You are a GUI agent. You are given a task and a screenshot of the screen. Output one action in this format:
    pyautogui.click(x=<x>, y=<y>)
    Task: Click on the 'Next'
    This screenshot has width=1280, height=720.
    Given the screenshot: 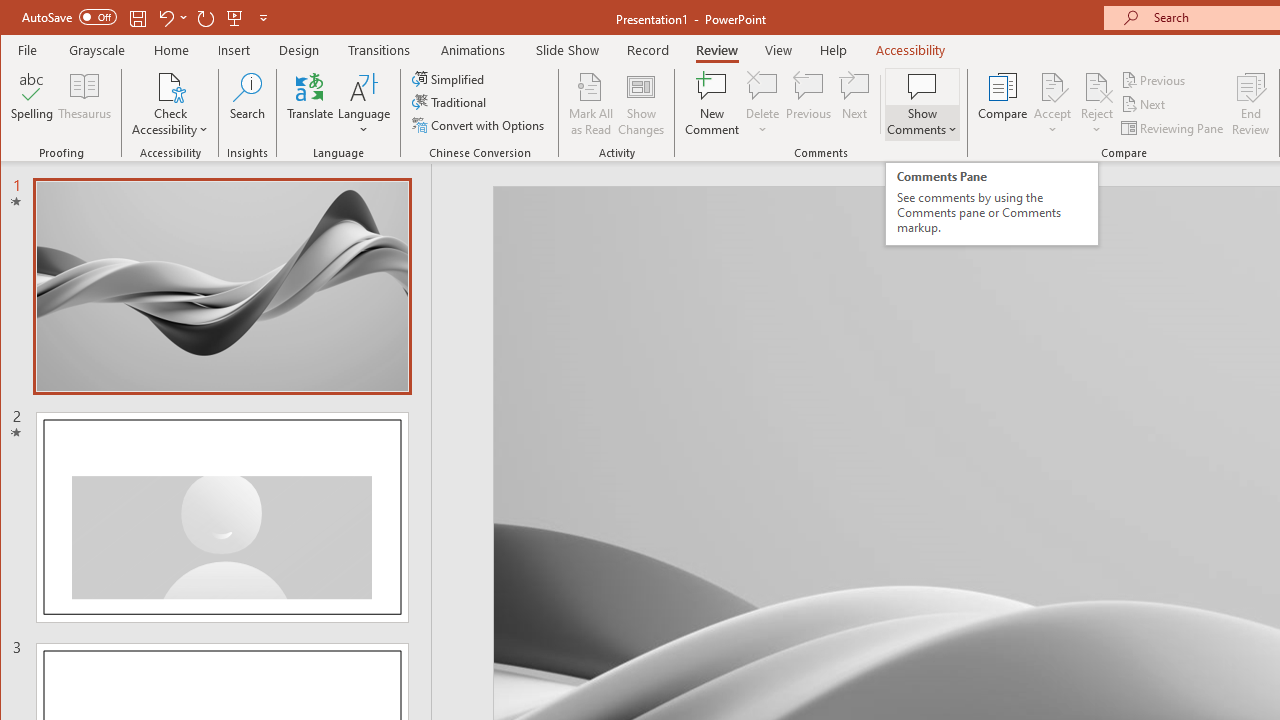 What is the action you would take?
    pyautogui.click(x=1144, y=104)
    